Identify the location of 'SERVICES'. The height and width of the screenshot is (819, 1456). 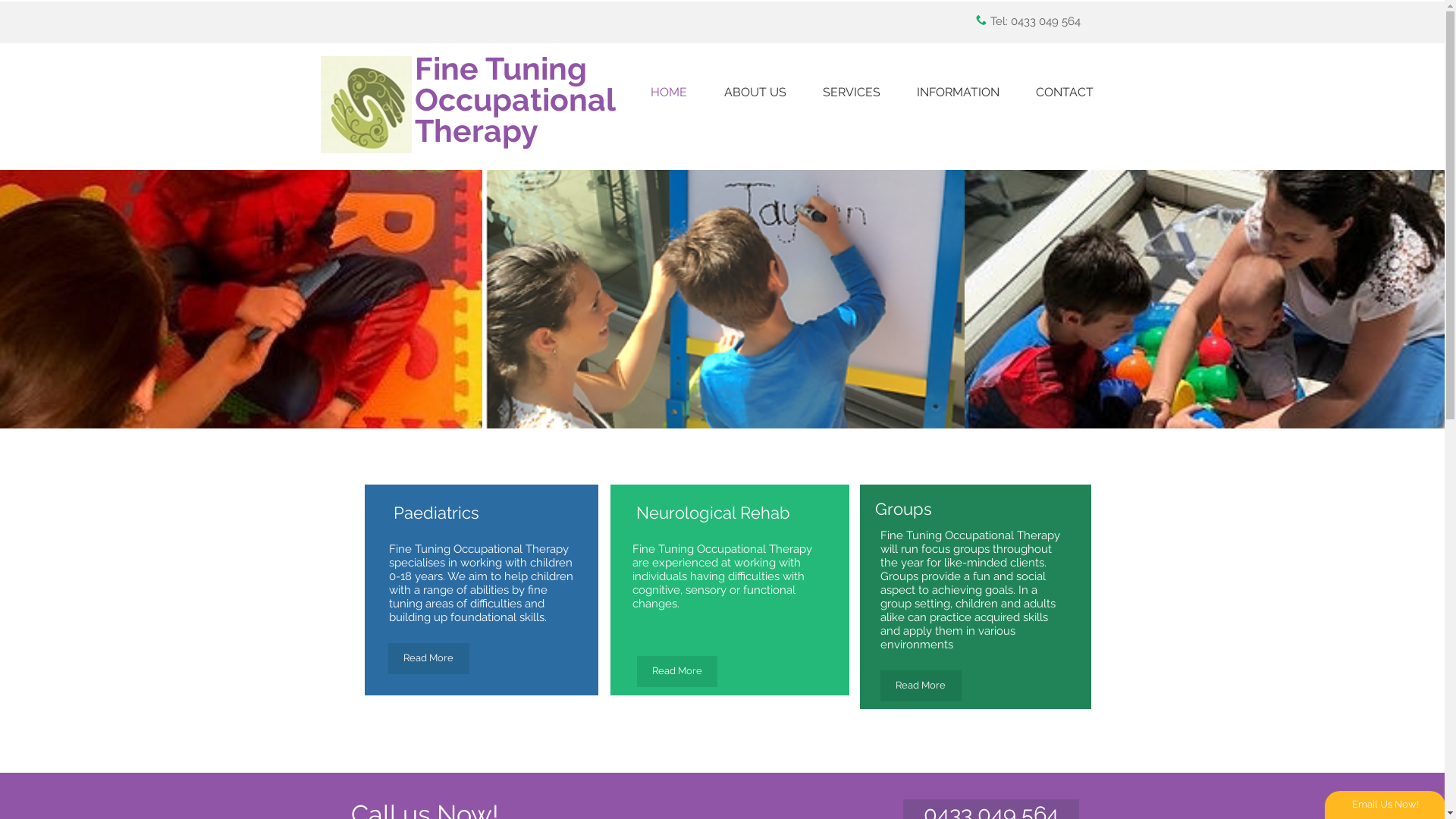
(851, 92).